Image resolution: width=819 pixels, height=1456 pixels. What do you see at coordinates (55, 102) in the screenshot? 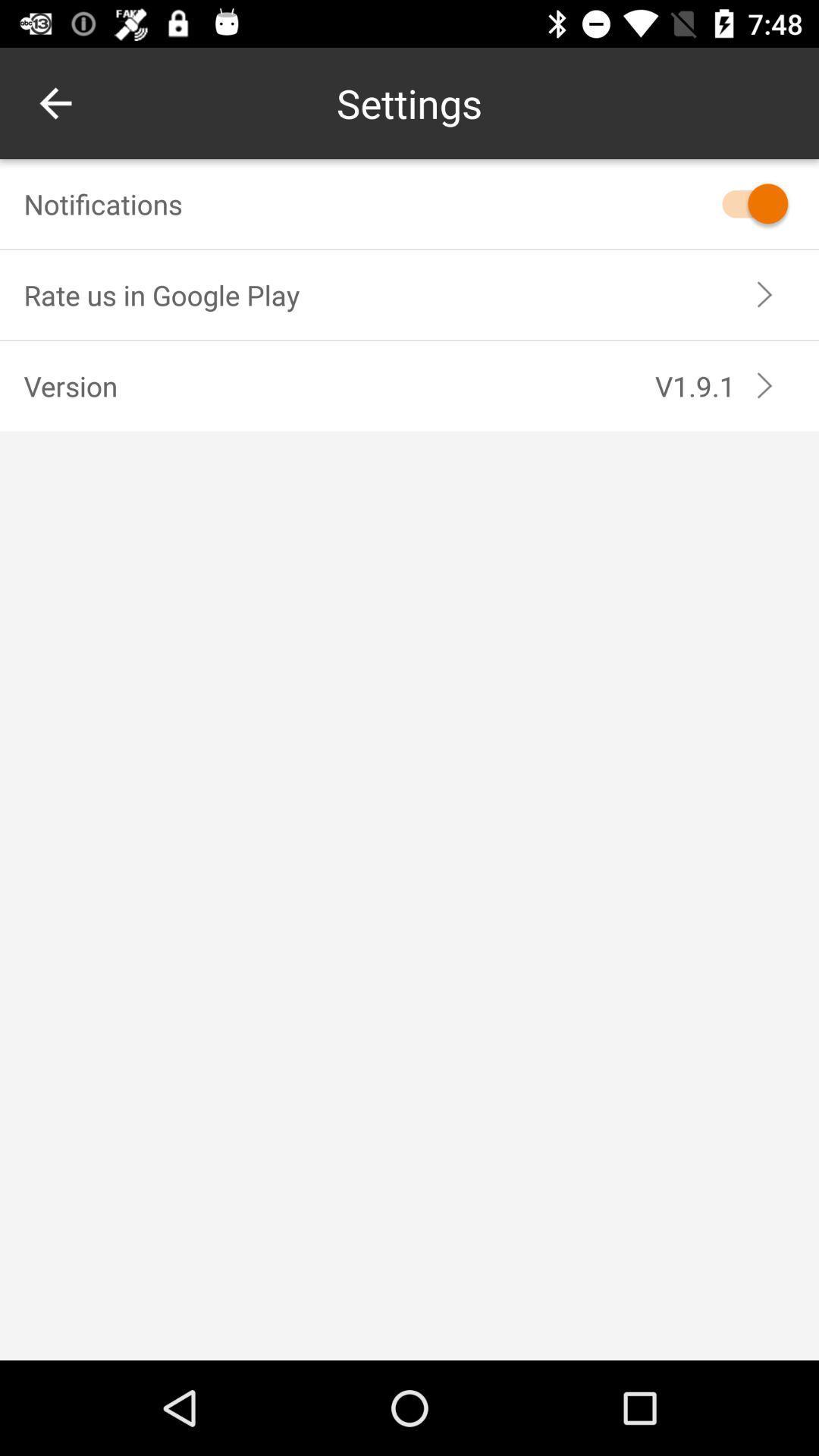
I see `the item to the left of settings icon` at bounding box center [55, 102].